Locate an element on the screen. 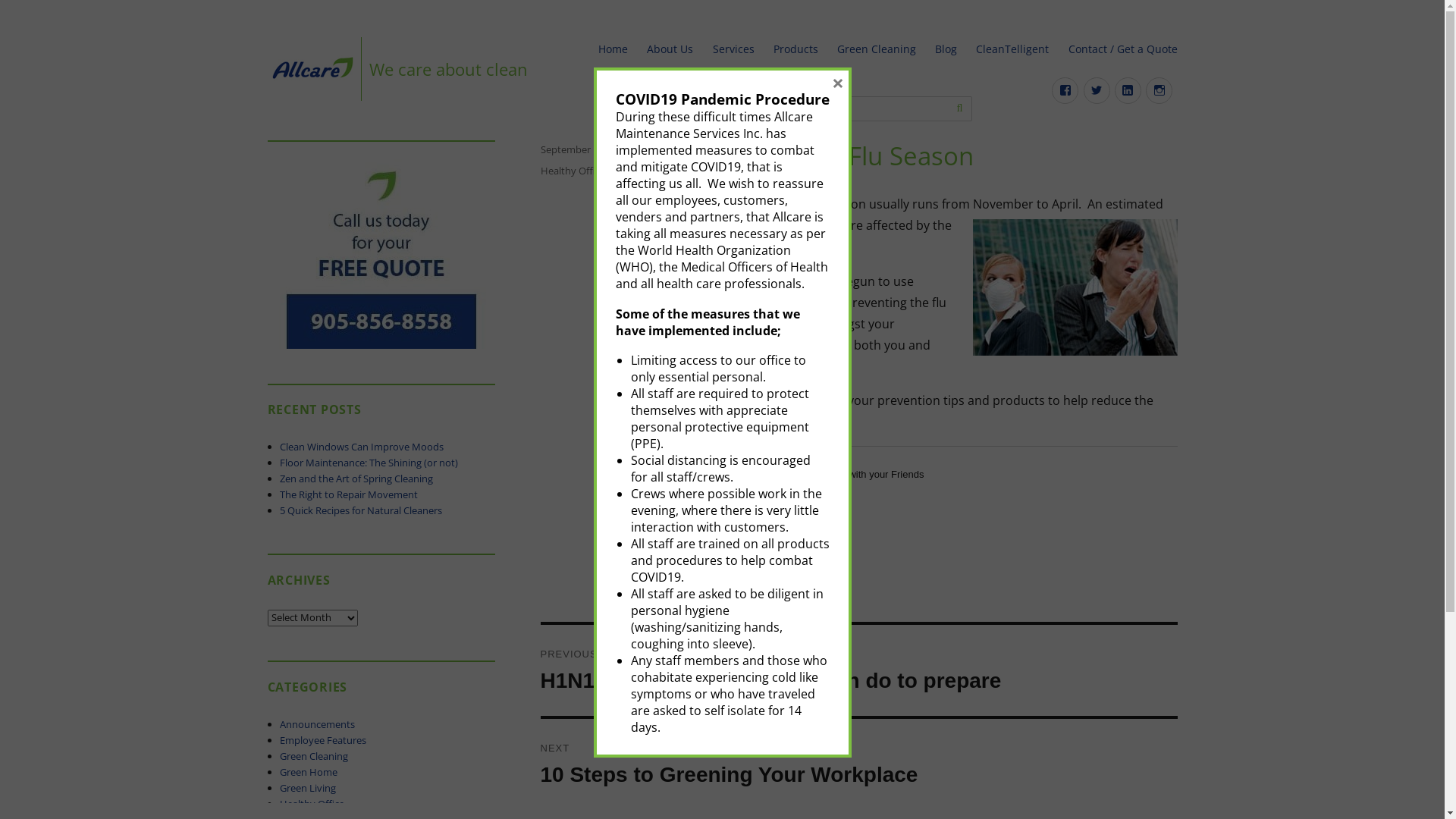 This screenshot has width=1456, height=819. 'Employee Features' is located at coordinates (280, 739).